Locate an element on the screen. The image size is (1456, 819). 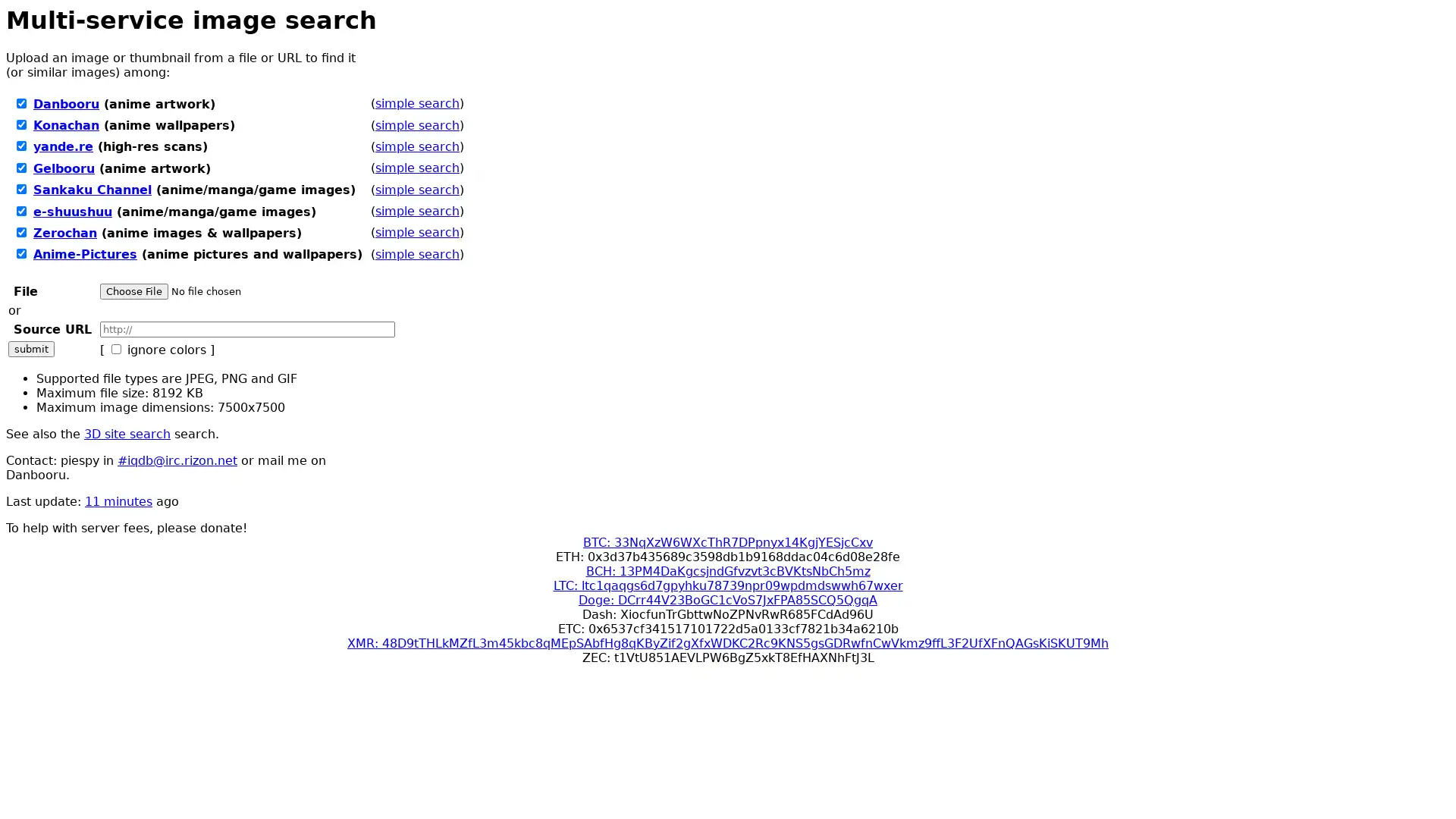
File is located at coordinates (202, 290).